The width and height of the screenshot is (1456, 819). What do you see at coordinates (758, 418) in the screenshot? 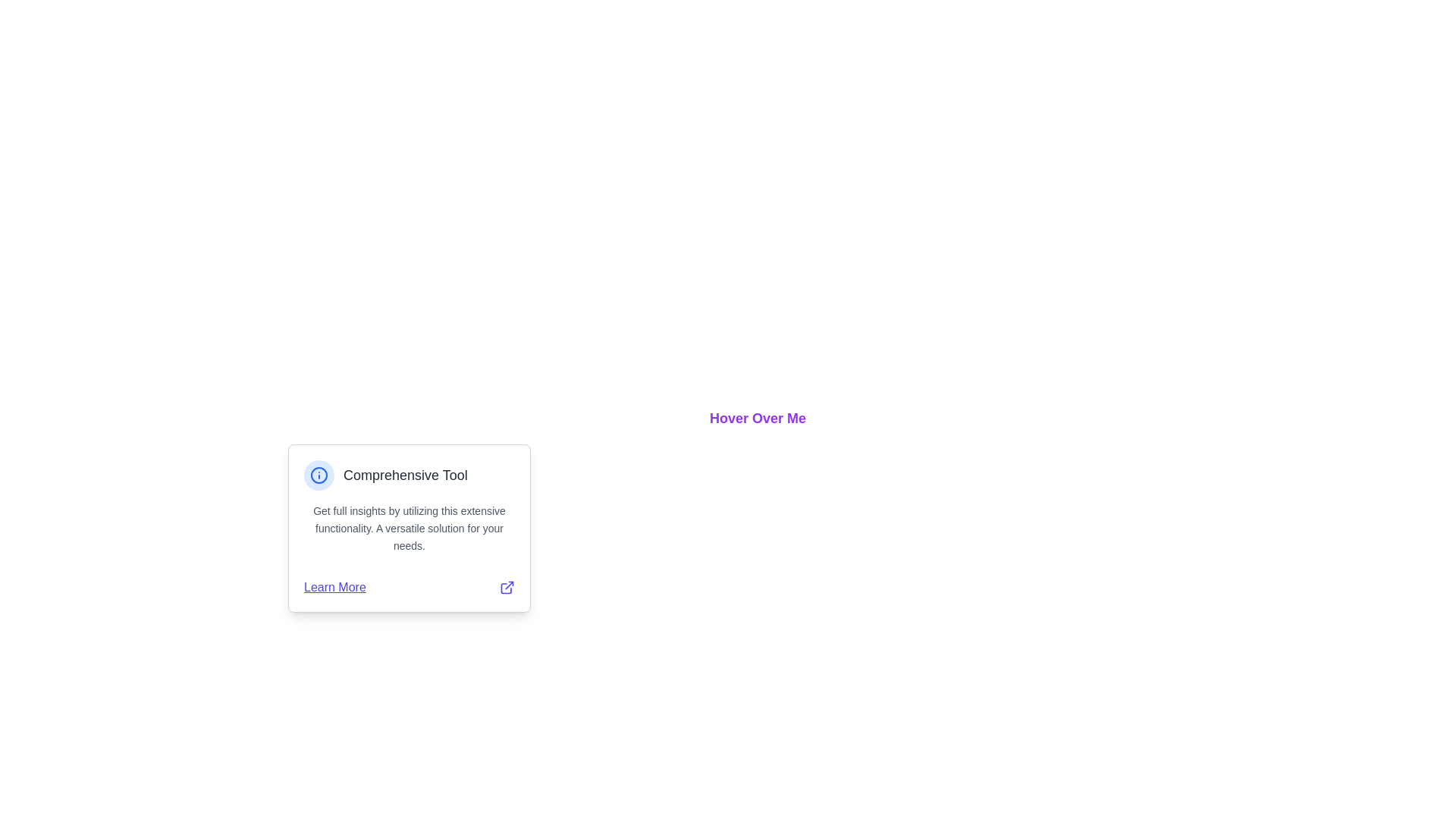
I see `the 'Hover Over Me' text label` at bounding box center [758, 418].